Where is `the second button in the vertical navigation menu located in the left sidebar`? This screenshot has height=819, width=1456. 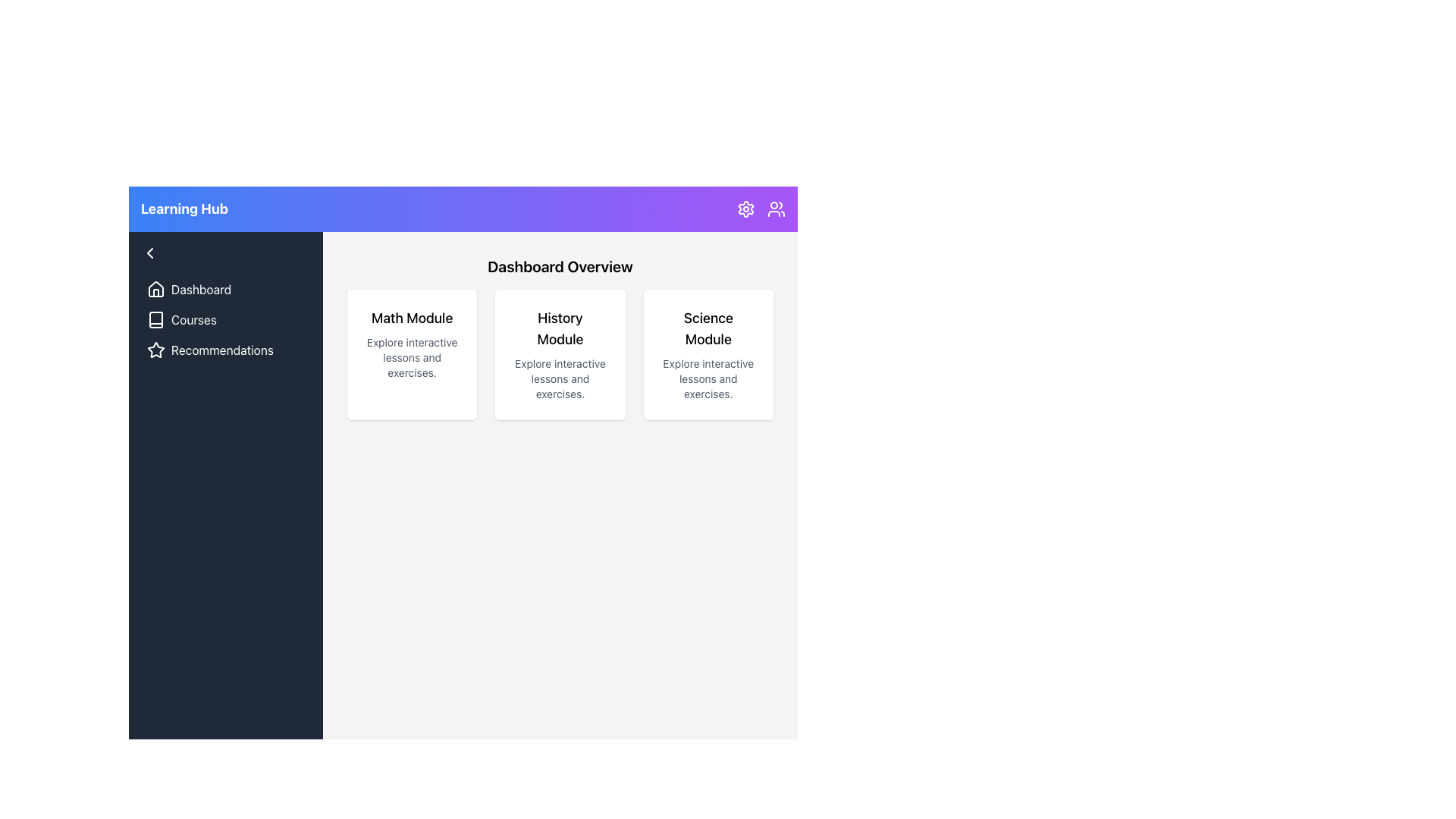 the second button in the vertical navigation menu located in the left sidebar is located at coordinates (224, 318).